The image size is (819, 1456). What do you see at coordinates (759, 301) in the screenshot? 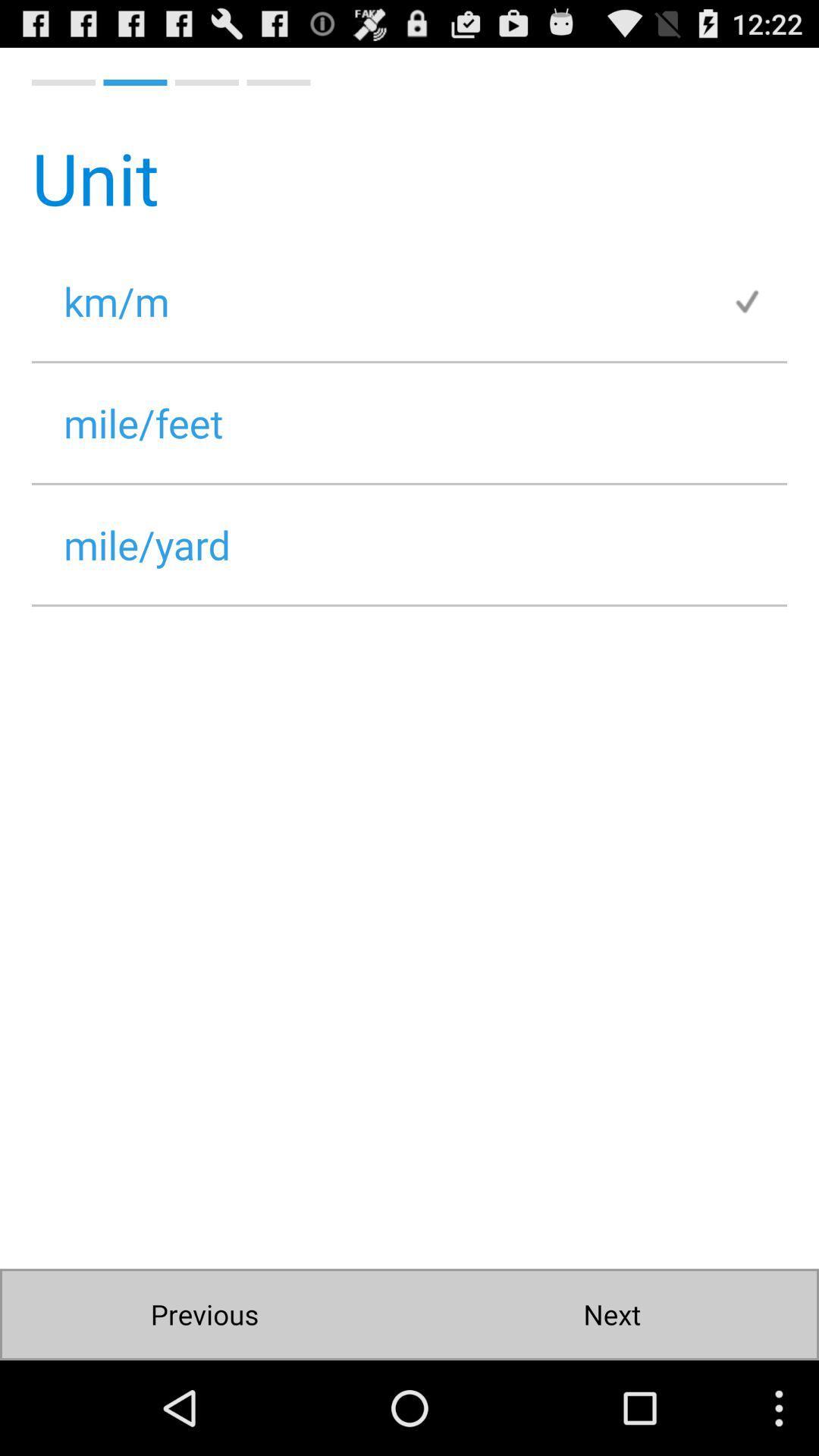
I see `item next to the km/m item` at bounding box center [759, 301].